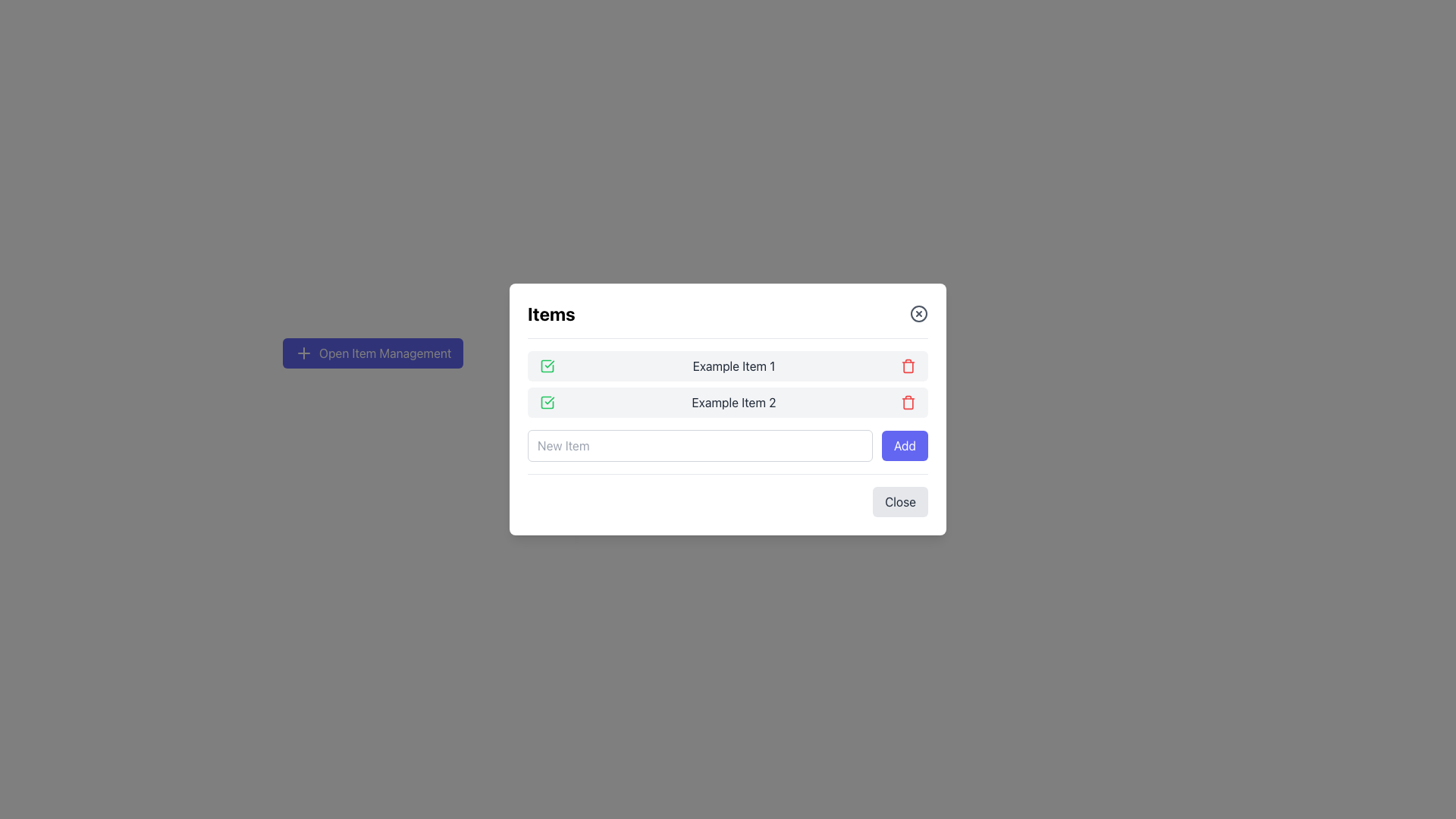 The image size is (1456, 819). I want to click on the status indicator icon for the item row labeled 'Example Item 1', which is located at the leftmost side of the row, so click(546, 366).